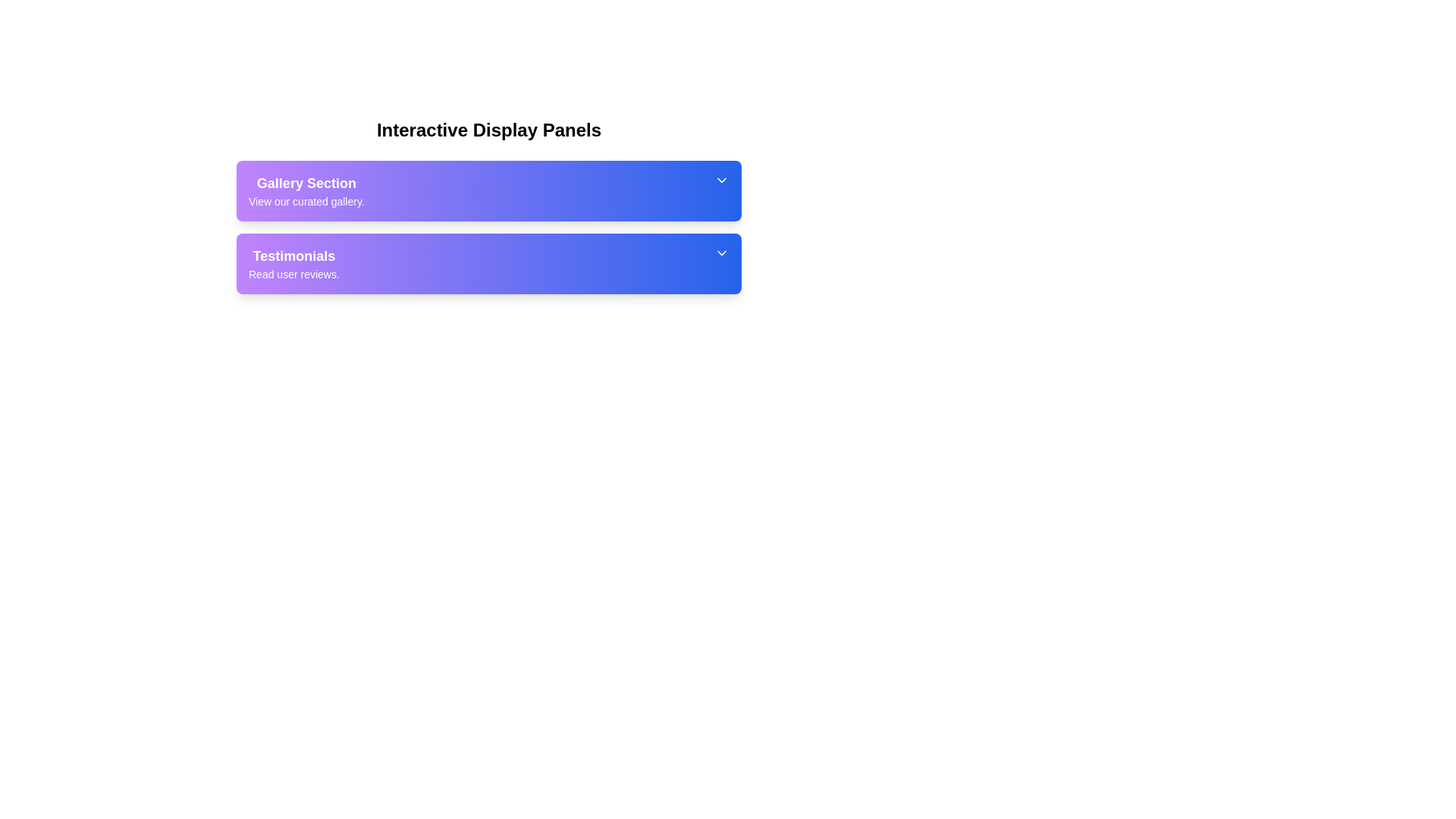 Image resolution: width=1456 pixels, height=819 pixels. I want to click on the text label displaying 'View our curated gallery.' which is located beneath the 'Gallery Section' text within a purple gradient background, so click(306, 201).